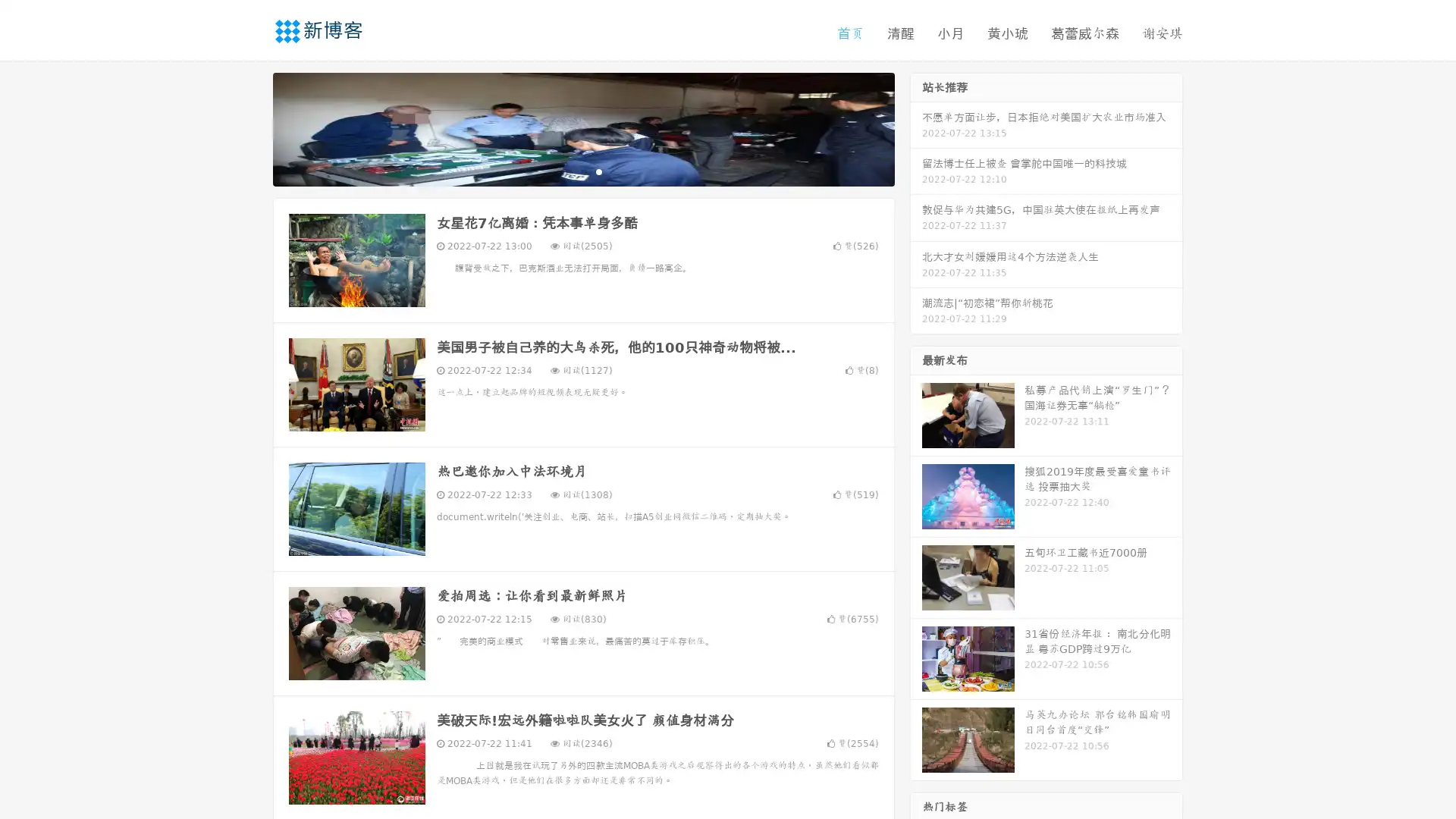 The width and height of the screenshot is (1456, 819). What do you see at coordinates (582, 171) in the screenshot?
I see `Go to slide 2` at bounding box center [582, 171].